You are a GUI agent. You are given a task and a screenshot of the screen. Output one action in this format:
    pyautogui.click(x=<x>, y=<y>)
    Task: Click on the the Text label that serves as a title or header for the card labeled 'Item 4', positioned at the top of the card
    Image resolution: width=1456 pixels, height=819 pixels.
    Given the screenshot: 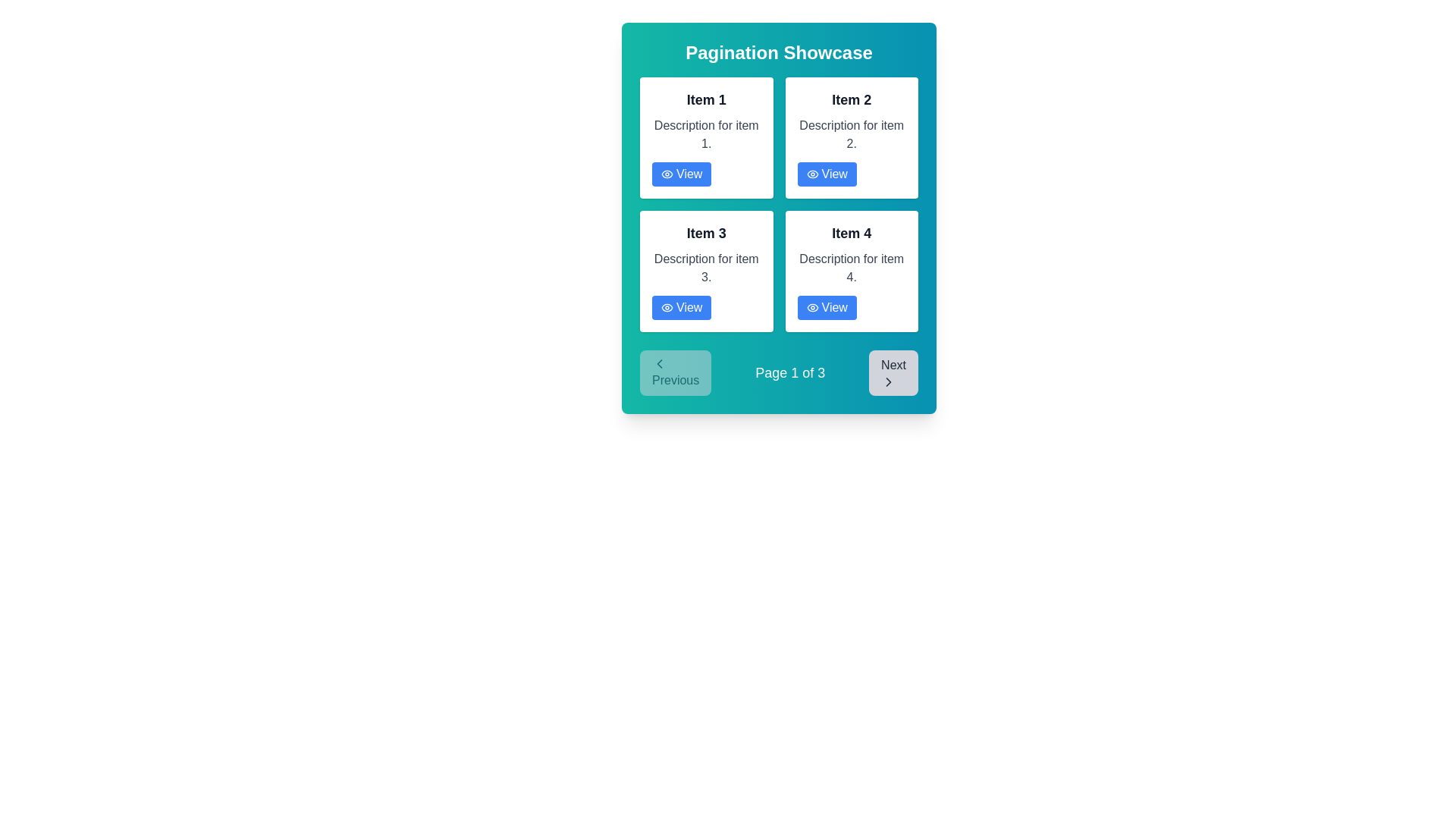 What is the action you would take?
    pyautogui.click(x=852, y=234)
    